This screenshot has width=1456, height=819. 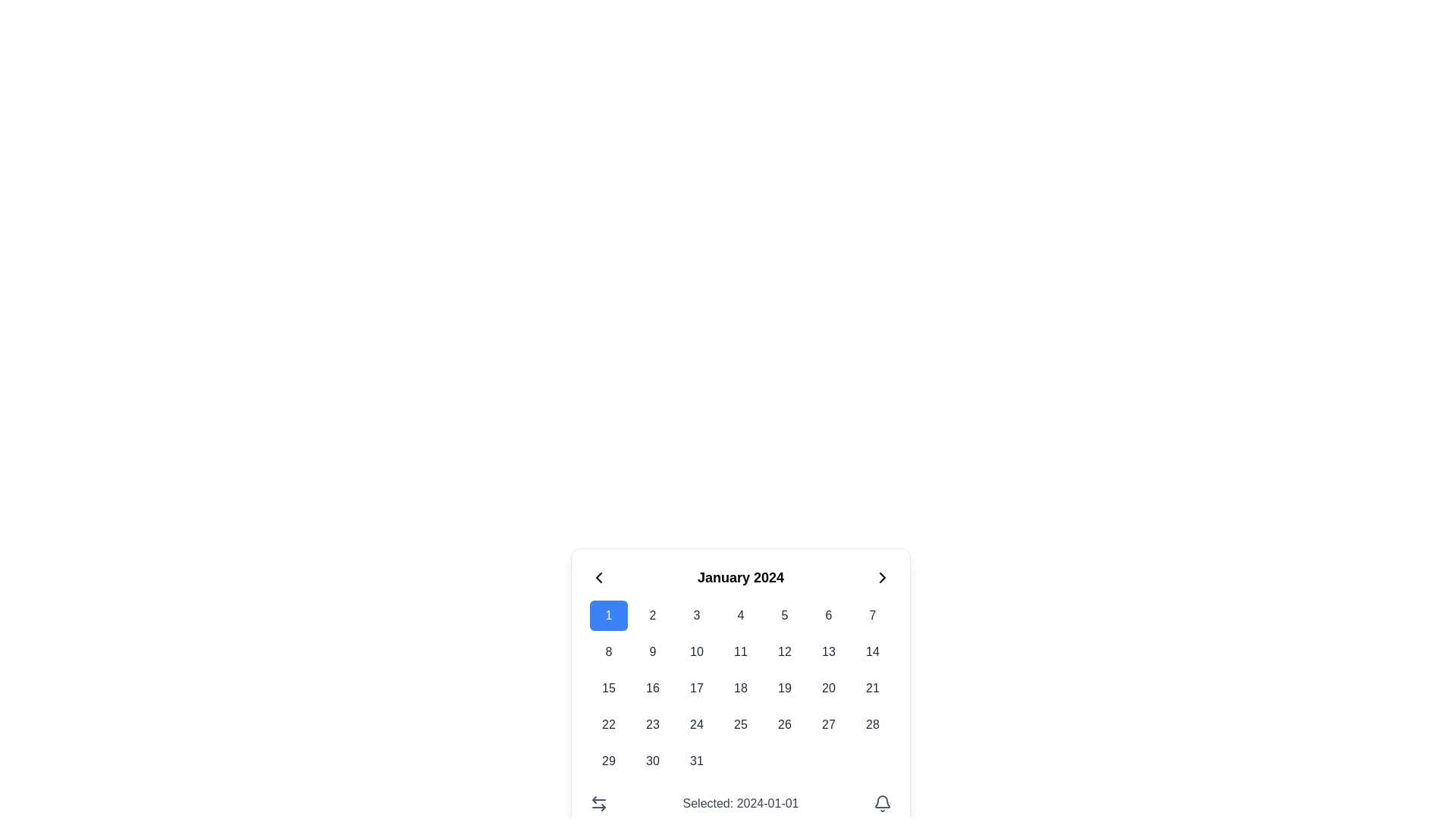 I want to click on the first day button of the displayed month in the calendar, so click(x=608, y=616).